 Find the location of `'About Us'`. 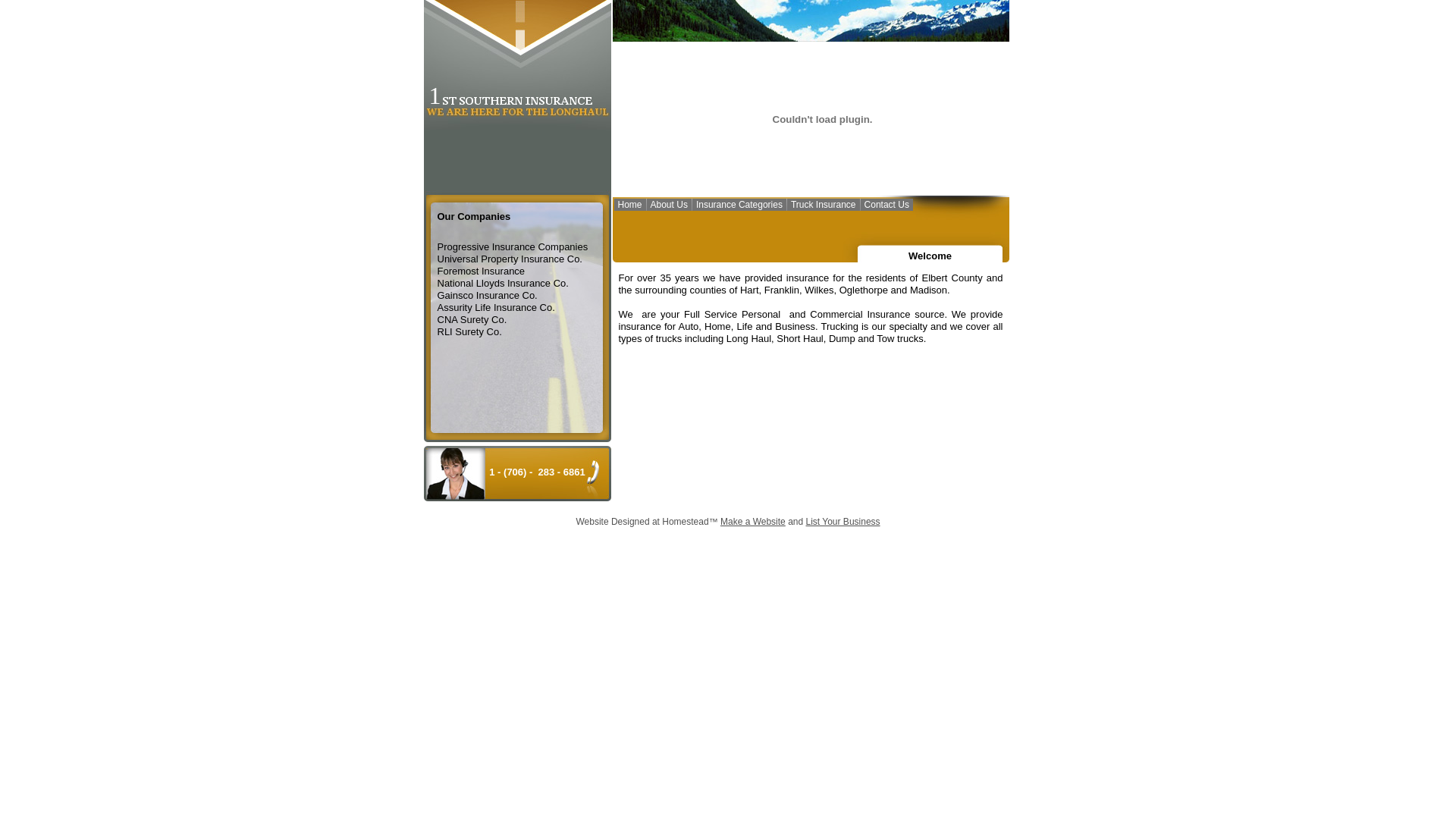

'About Us' is located at coordinates (647, 206).